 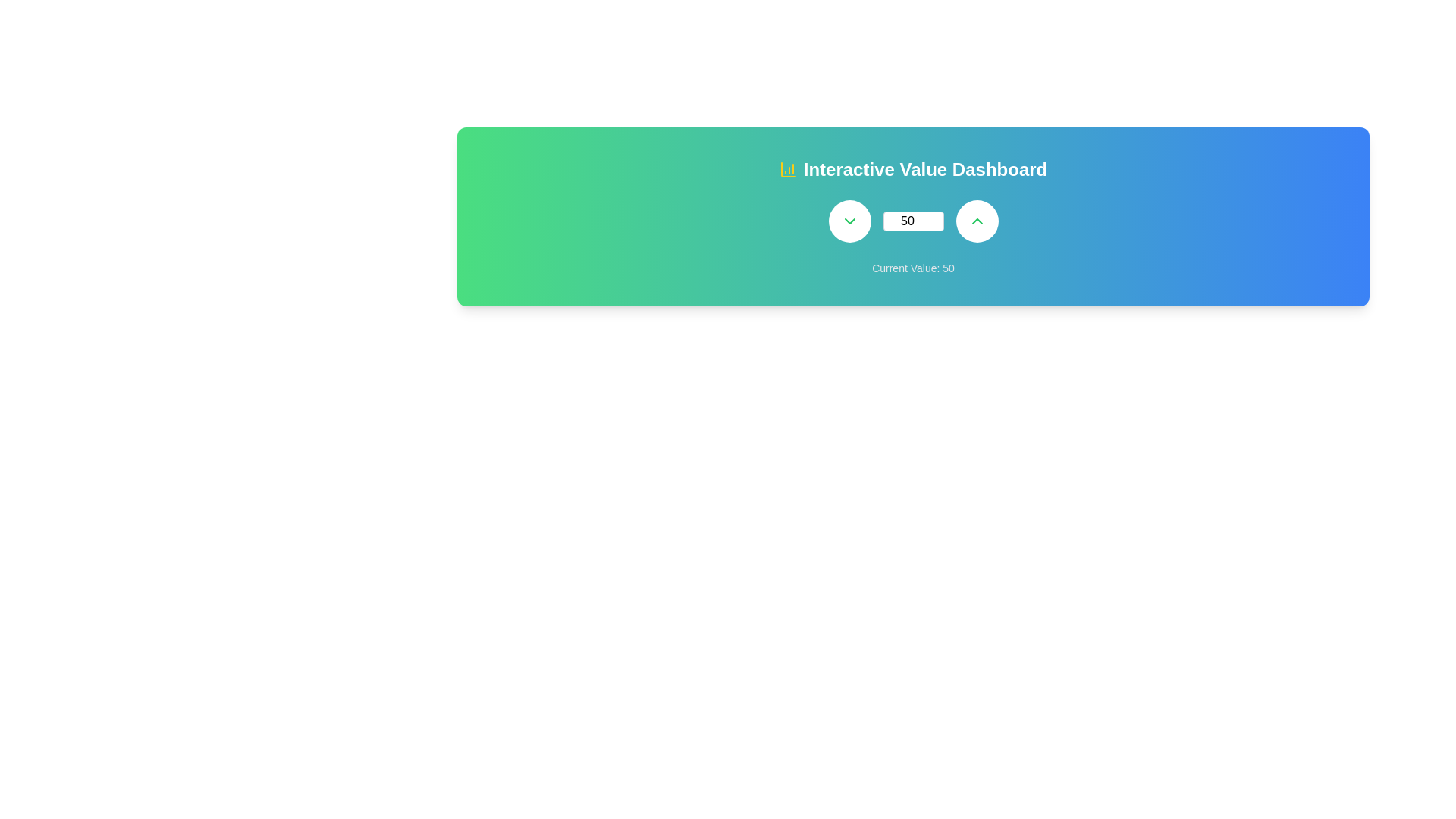 What do you see at coordinates (912, 169) in the screenshot?
I see `heading/title with the text 'Interactive Value Dashboard' and its accompanying chart icon, located at the top of the component with a gradient background` at bounding box center [912, 169].